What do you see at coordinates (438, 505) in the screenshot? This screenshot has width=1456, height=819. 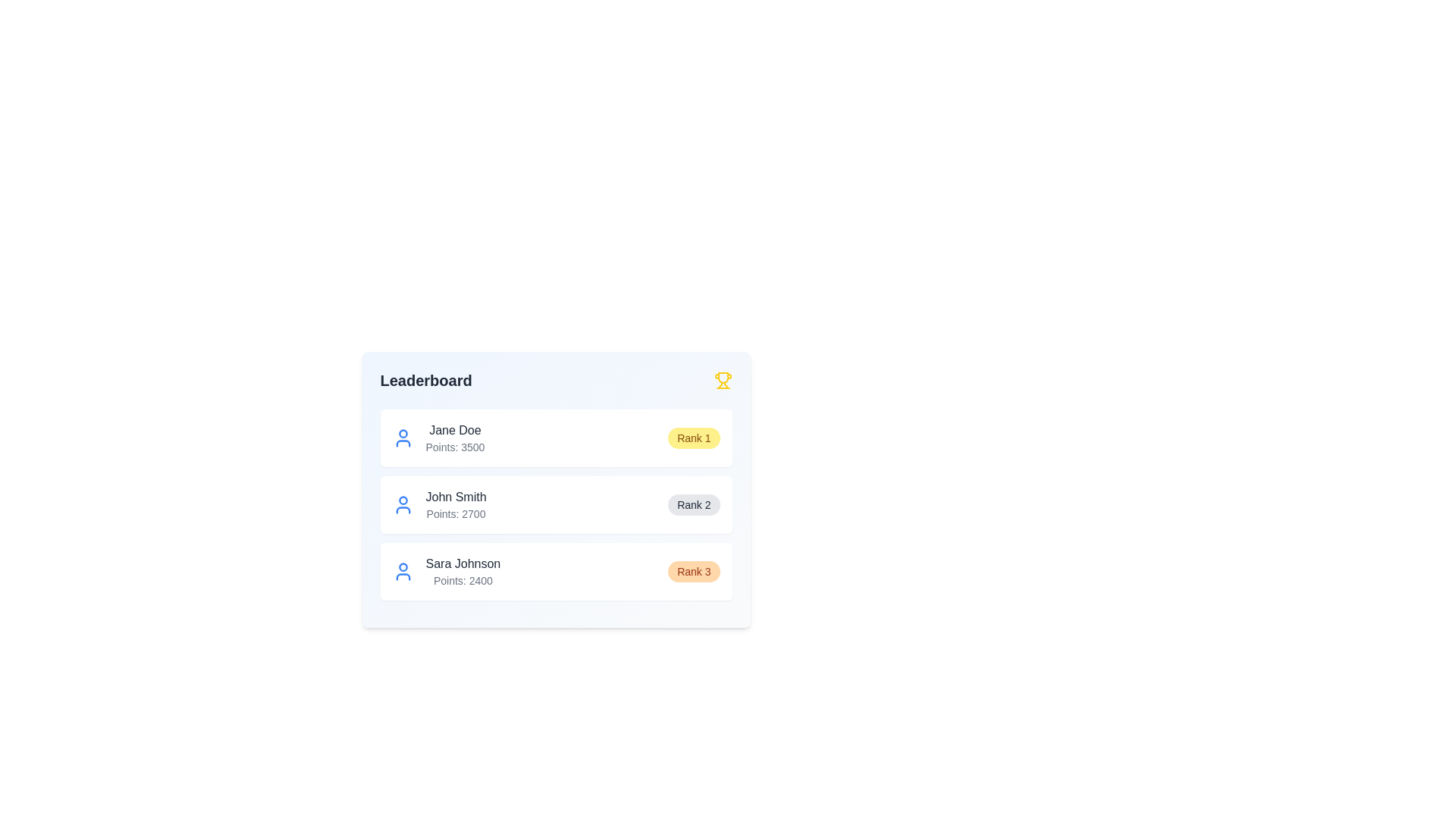 I see `to select the leaderboard entry for 'John Smith', which includes the user's icon in blue and points displayed as 'Points: 2700'. This entry is the second in the leaderboard list, positioned below 'Jane Doe'` at bounding box center [438, 505].